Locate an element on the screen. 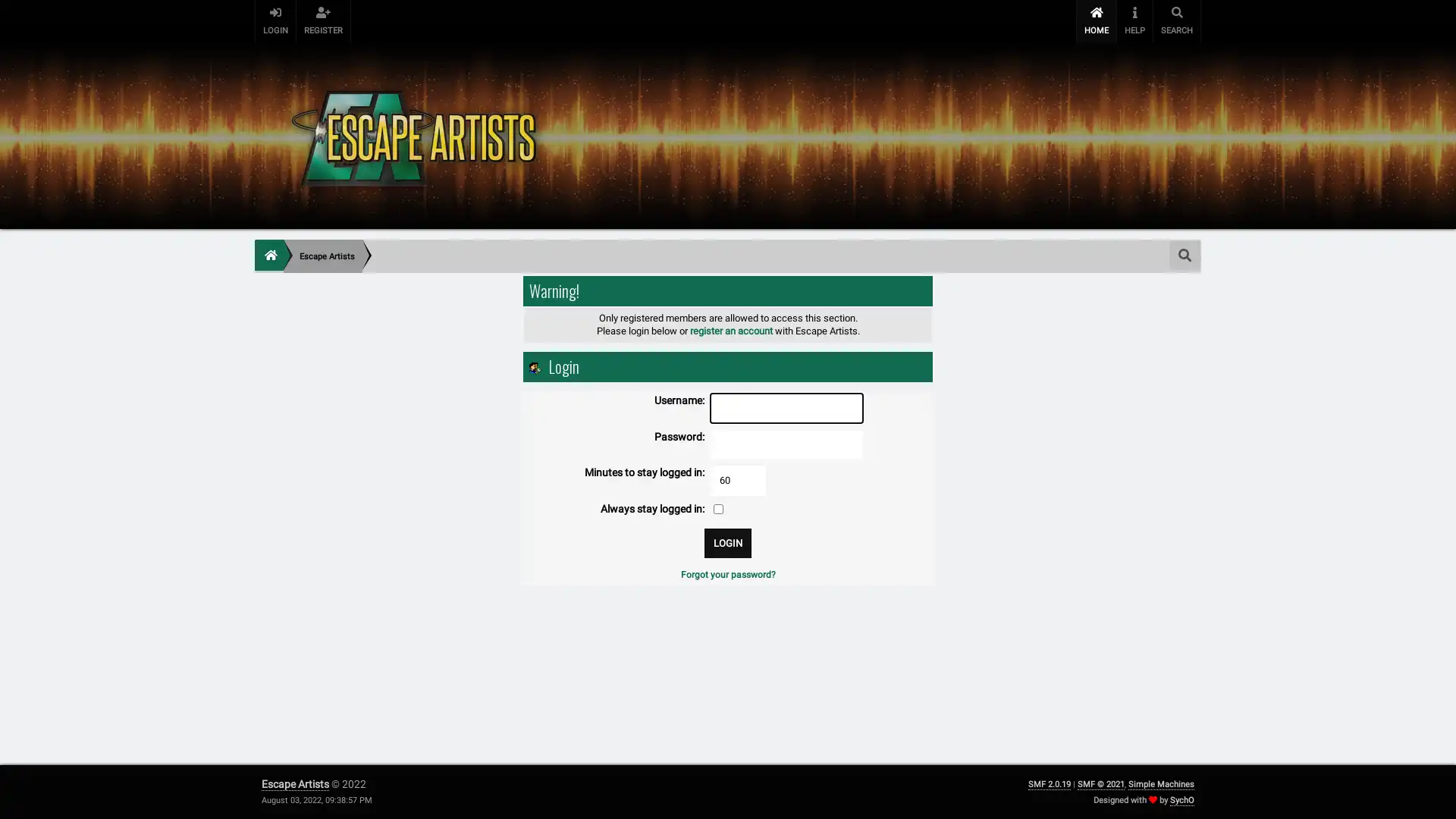 This screenshot has height=819, width=1456. Login is located at coordinates (728, 541).